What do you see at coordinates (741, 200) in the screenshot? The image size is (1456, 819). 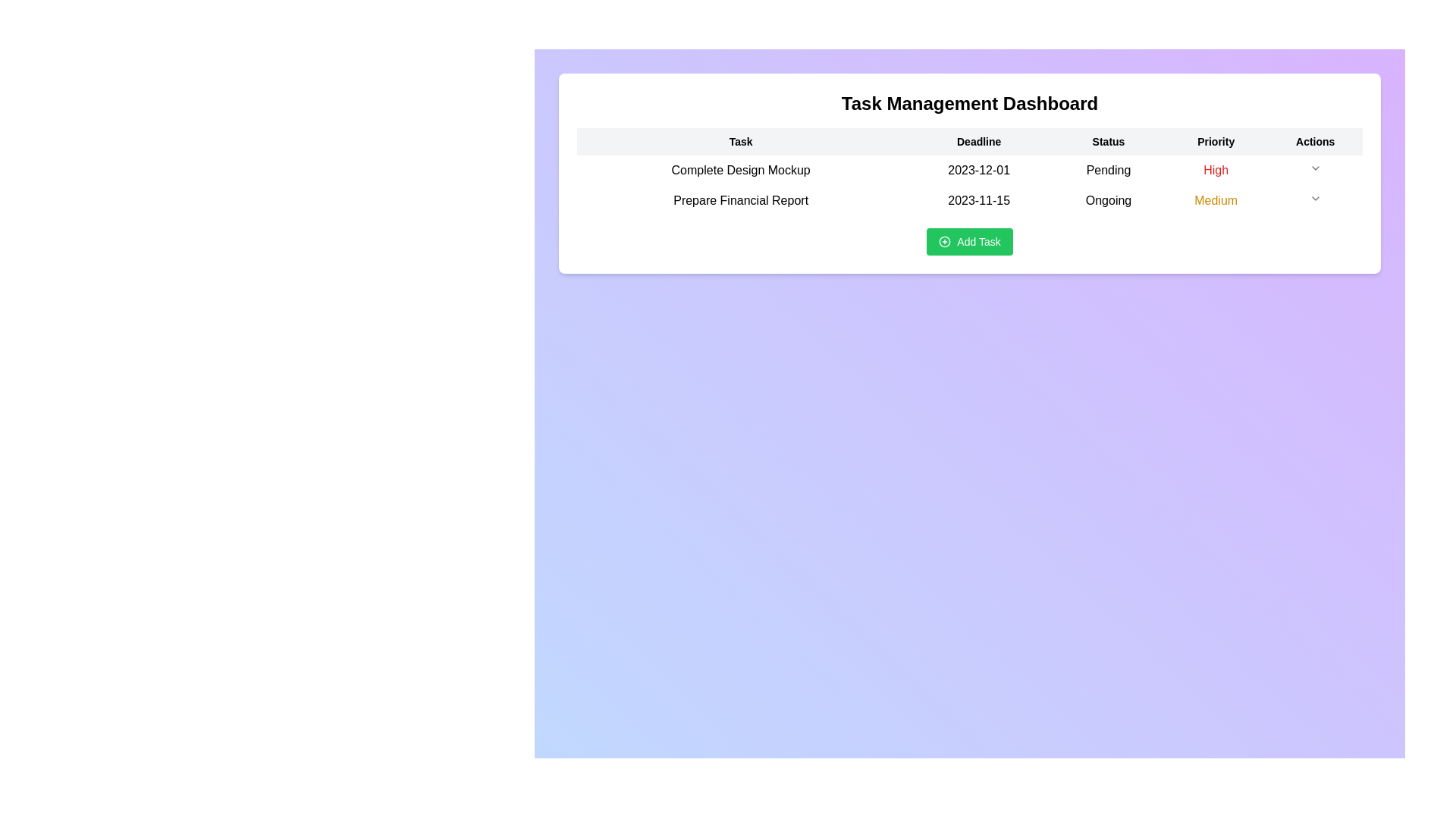 I see `the text label indicating the name of the task located in the second row of the table under the 'Task' column` at bounding box center [741, 200].